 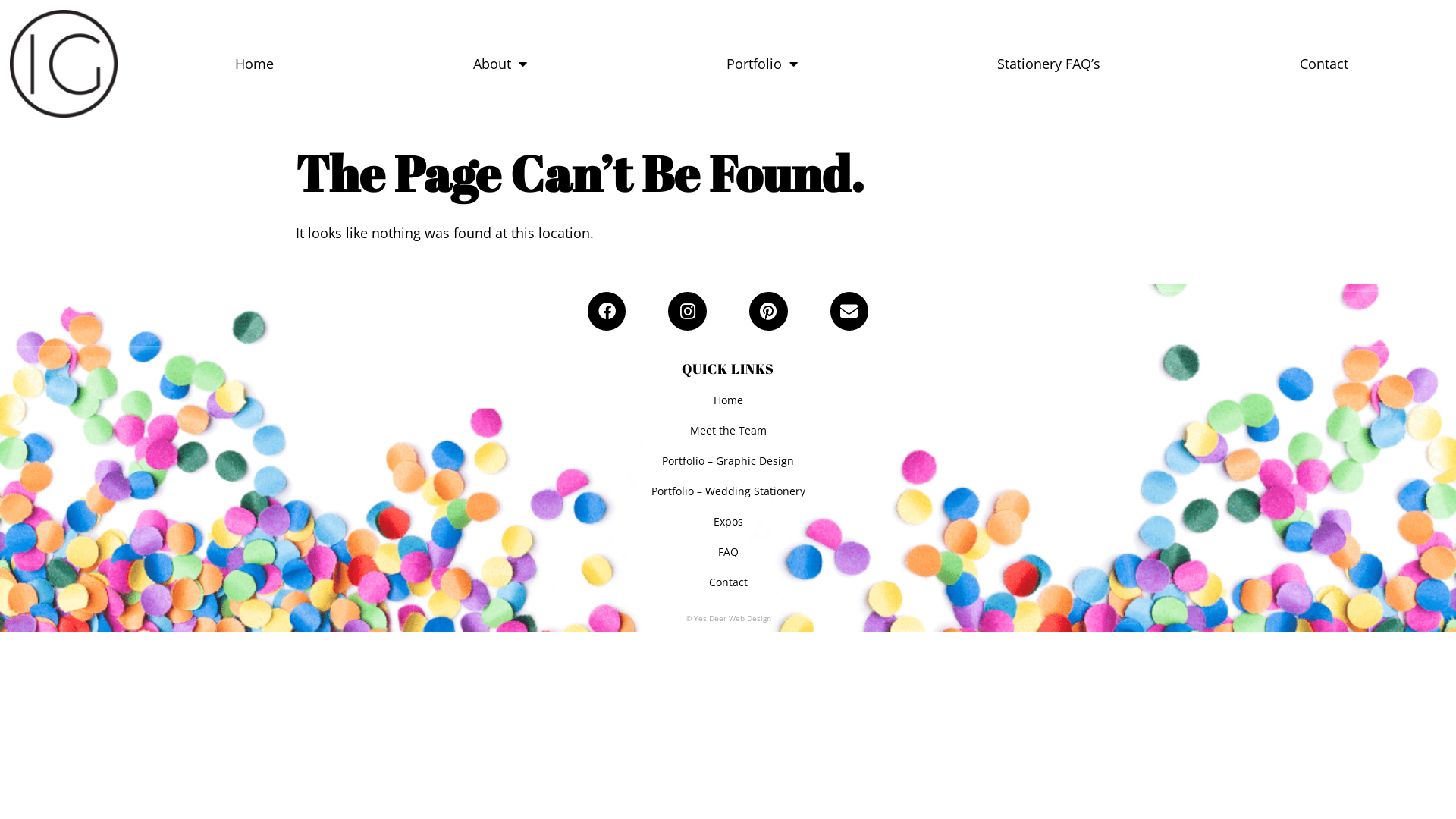 I want to click on 'Contact', so click(x=1323, y=63).